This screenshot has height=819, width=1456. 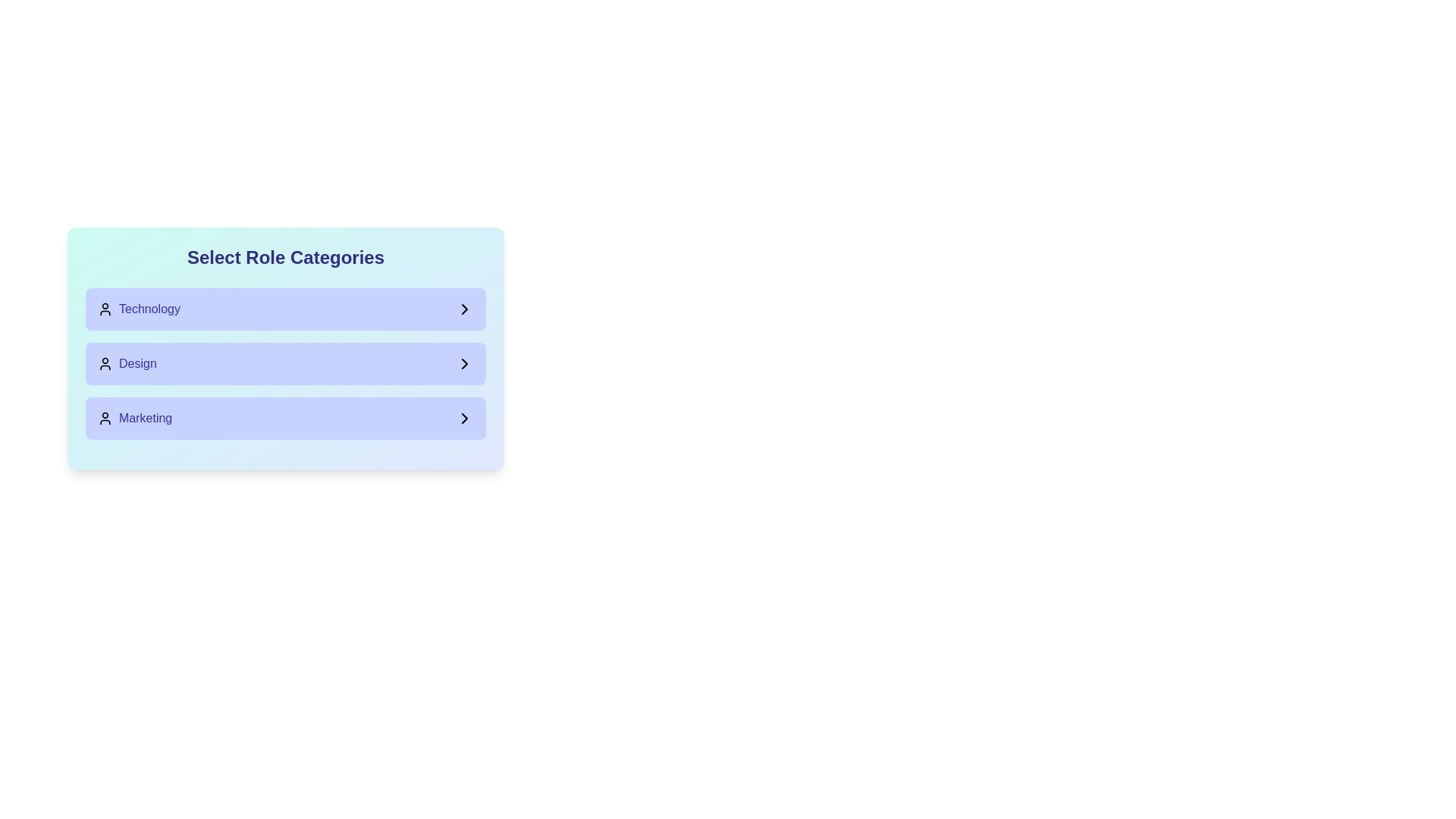 What do you see at coordinates (105, 363) in the screenshot?
I see `the user silhouette icon located in the 'Design' category, which is positioned to the left of the 'Design' label text` at bounding box center [105, 363].